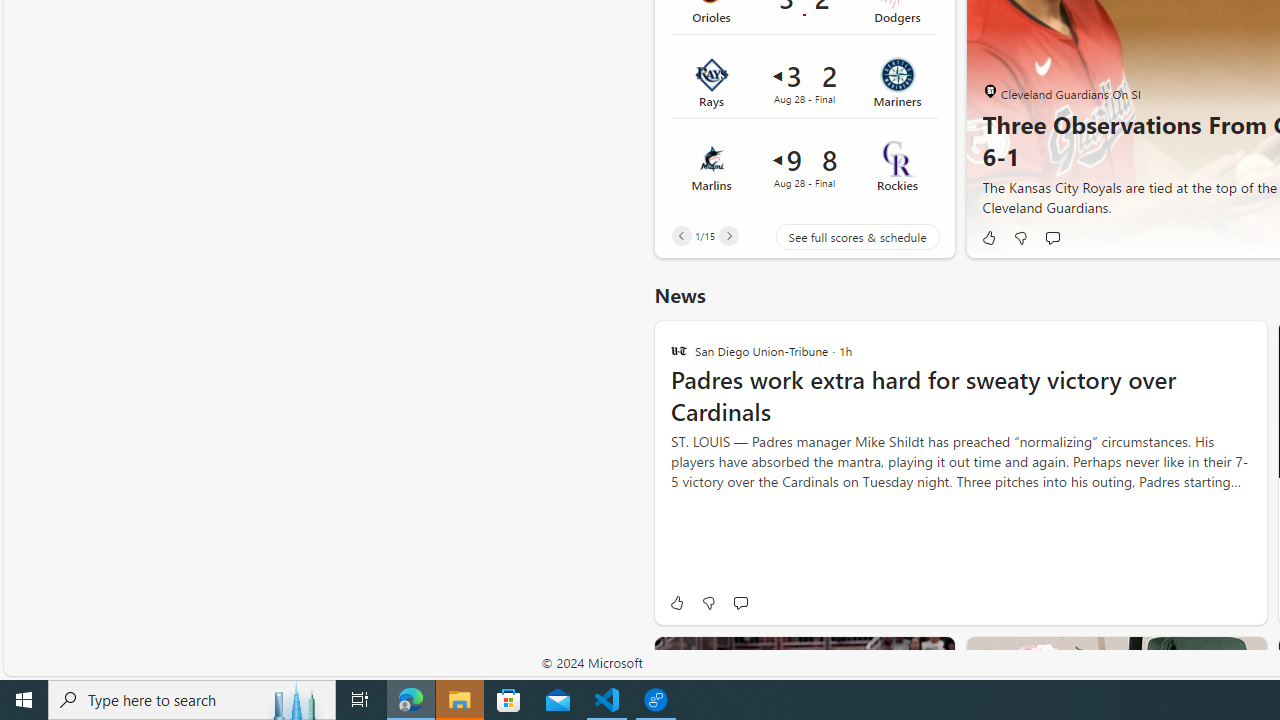 The image size is (1280, 720). What do you see at coordinates (727, 235) in the screenshot?
I see `'Next'` at bounding box center [727, 235].